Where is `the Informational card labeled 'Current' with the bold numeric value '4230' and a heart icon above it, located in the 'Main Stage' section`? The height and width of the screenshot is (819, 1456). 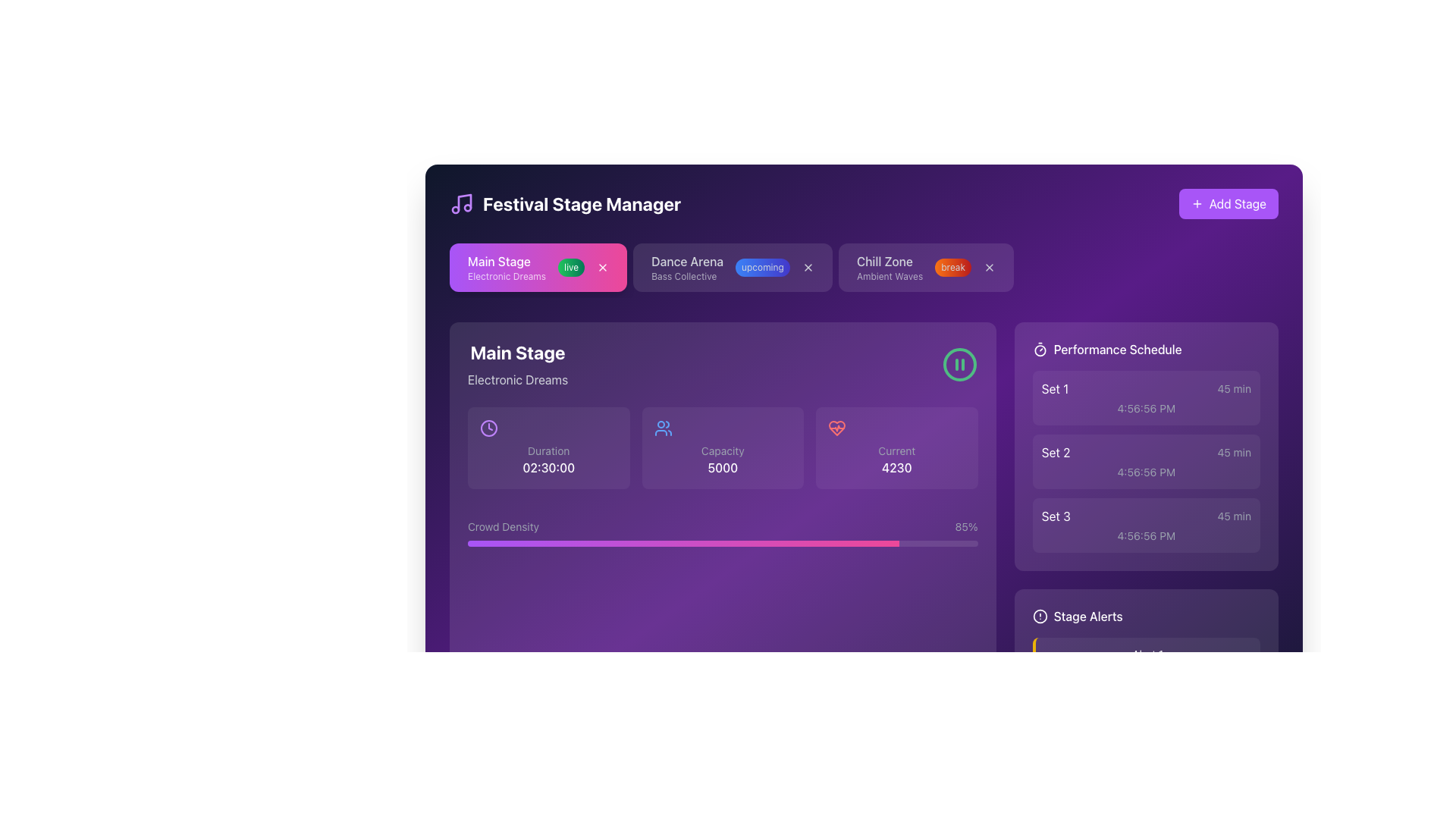 the Informational card labeled 'Current' with the bold numeric value '4230' and a heart icon above it, located in the 'Main Stage' section is located at coordinates (896, 447).